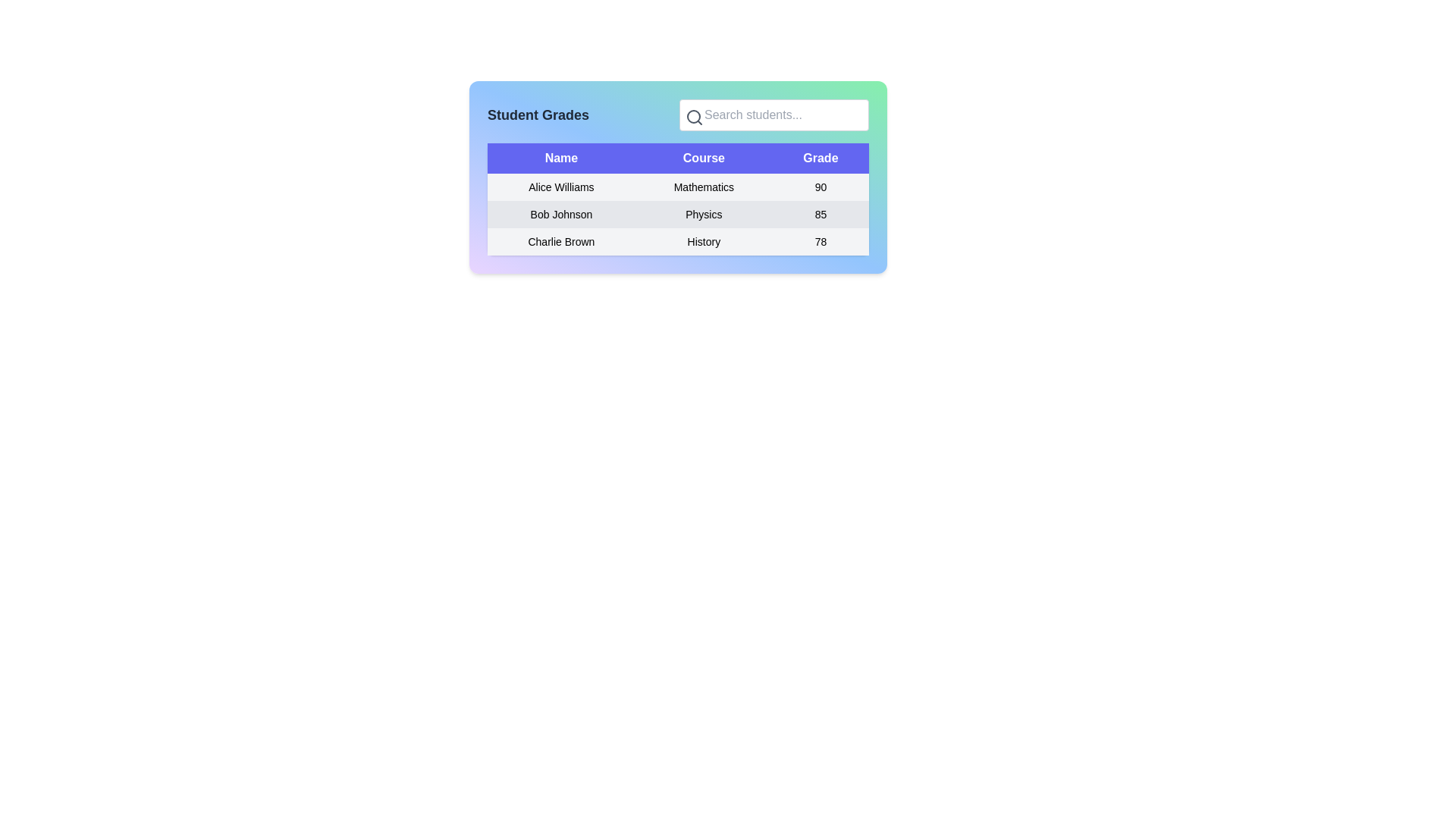 The height and width of the screenshot is (819, 1456). I want to click on the static text label displaying 'Mathematics' located under the 'Course' column in the row for 'Alice Williams', so click(703, 186).